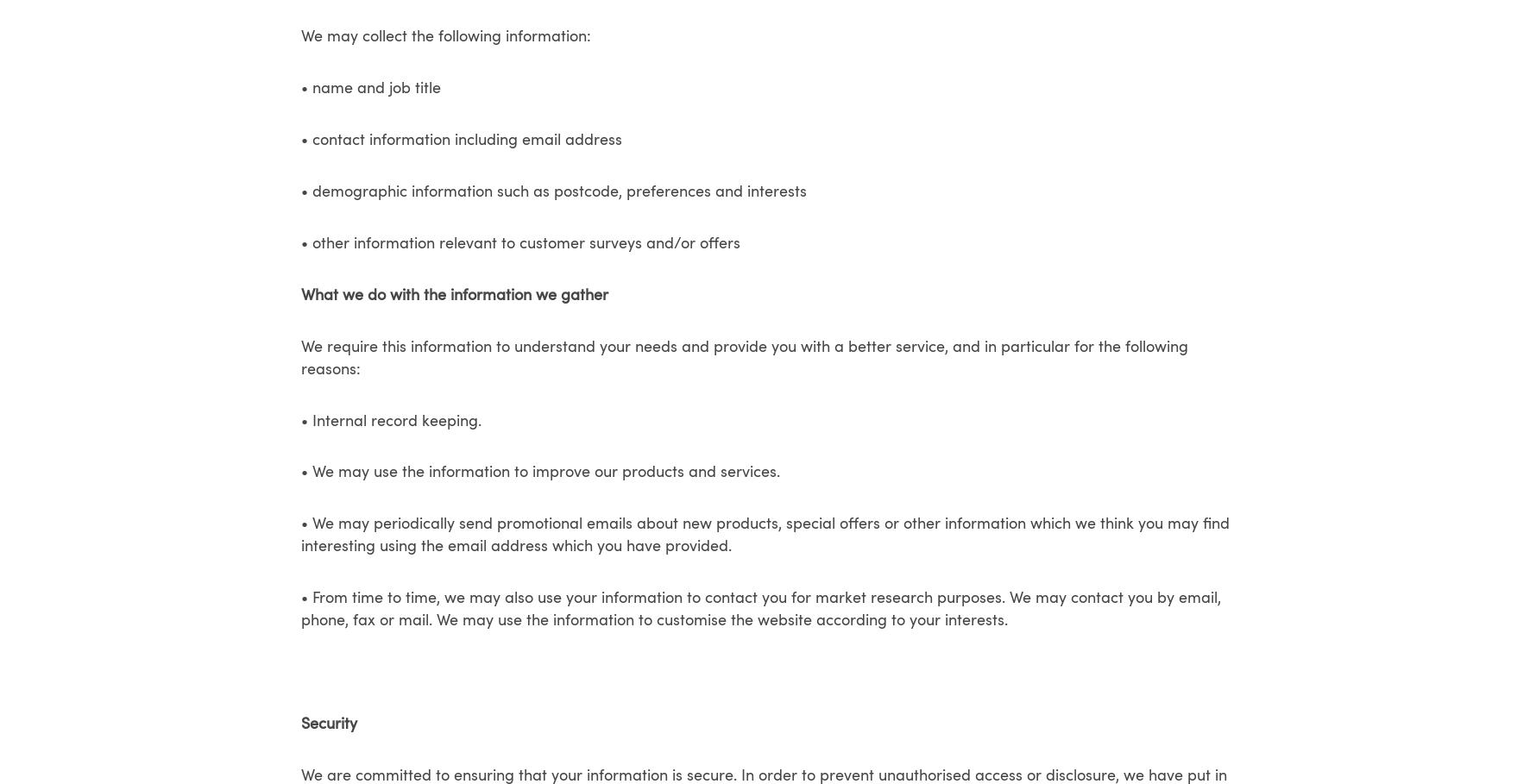 The image size is (1536, 784). What do you see at coordinates (545, 473) in the screenshot?
I see `'We may use the information to improve our products and services.'` at bounding box center [545, 473].